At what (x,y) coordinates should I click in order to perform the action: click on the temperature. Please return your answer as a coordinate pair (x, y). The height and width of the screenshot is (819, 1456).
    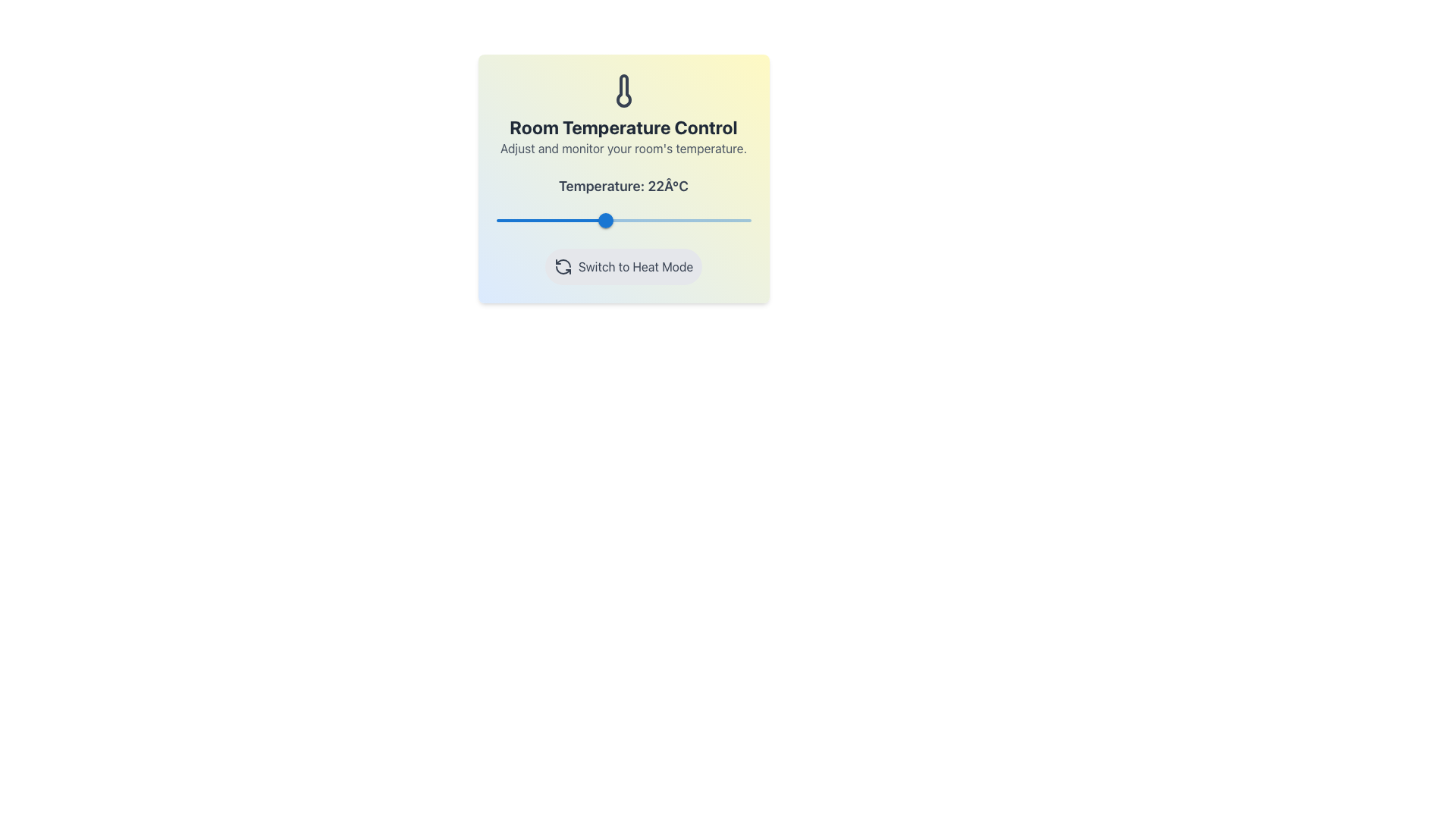
    Looking at the image, I should click on (738, 220).